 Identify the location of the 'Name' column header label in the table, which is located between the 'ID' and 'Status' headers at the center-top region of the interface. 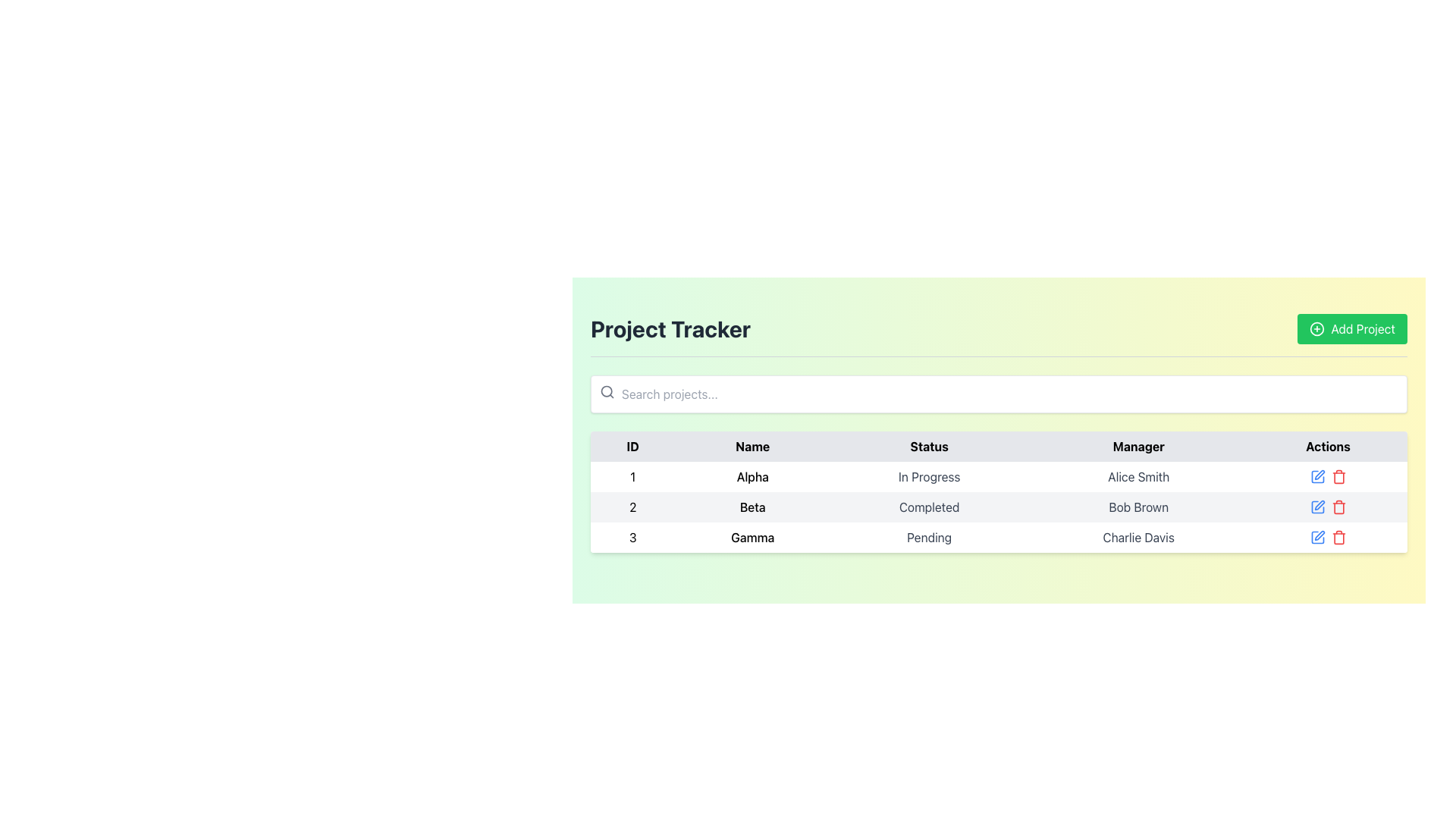
(752, 446).